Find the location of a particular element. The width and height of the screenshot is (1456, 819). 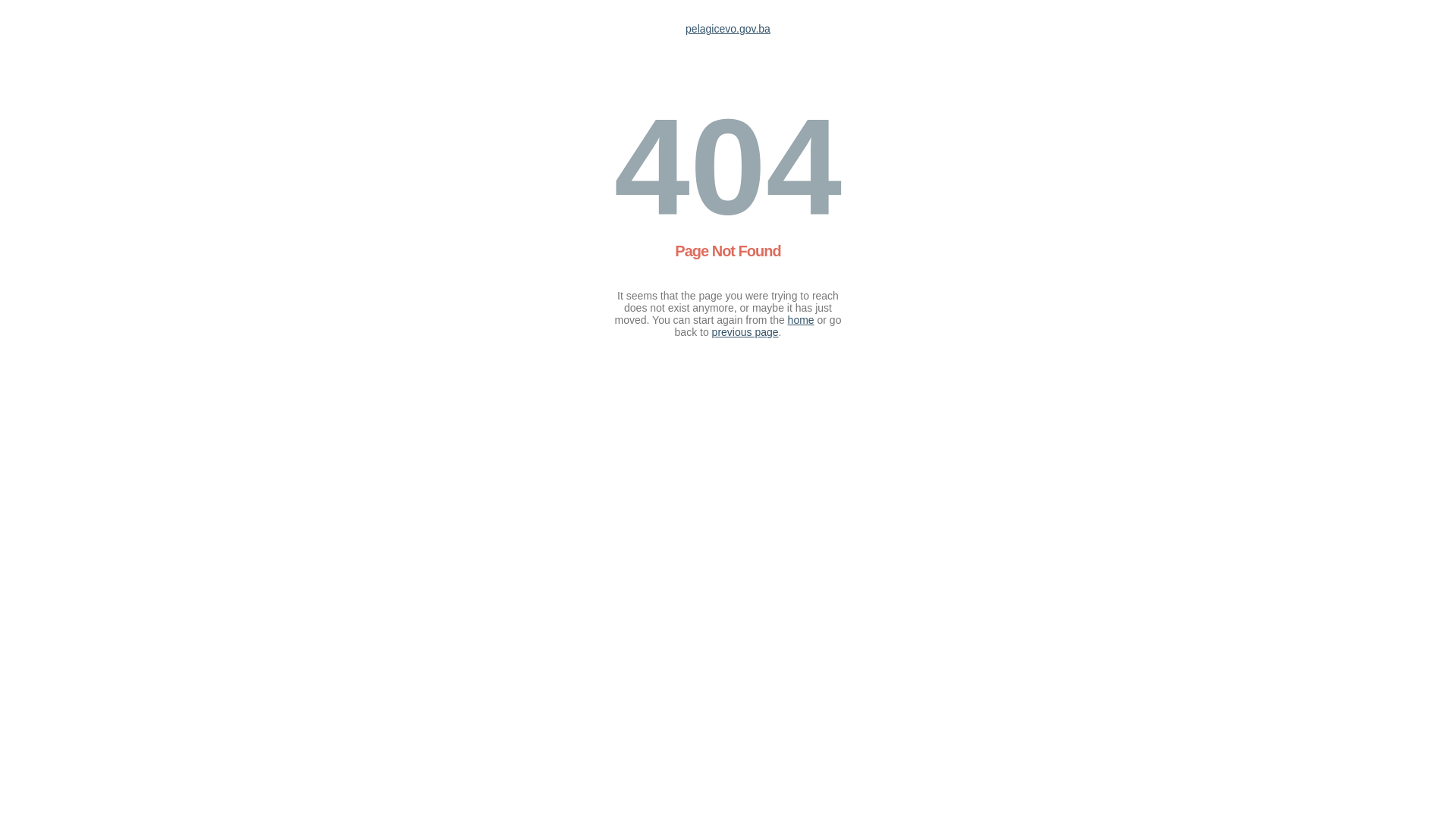

'home' is located at coordinates (800, 318).